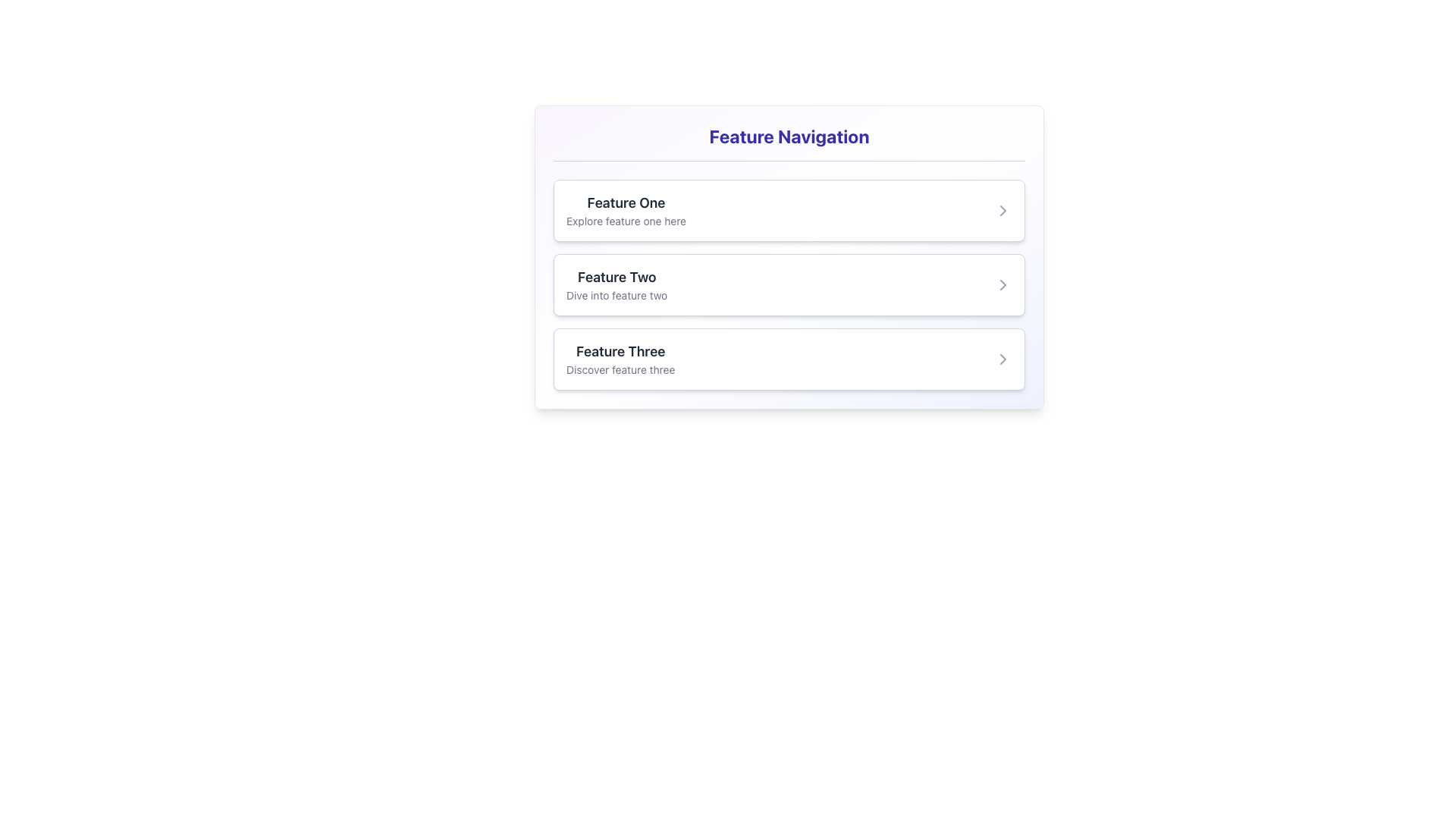 The height and width of the screenshot is (819, 1456). Describe the element at coordinates (620, 359) in the screenshot. I see `the 'Feature Three' text element, which is the main title of the third card in a vertically stacked list, located in the lower third of the layout` at that location.